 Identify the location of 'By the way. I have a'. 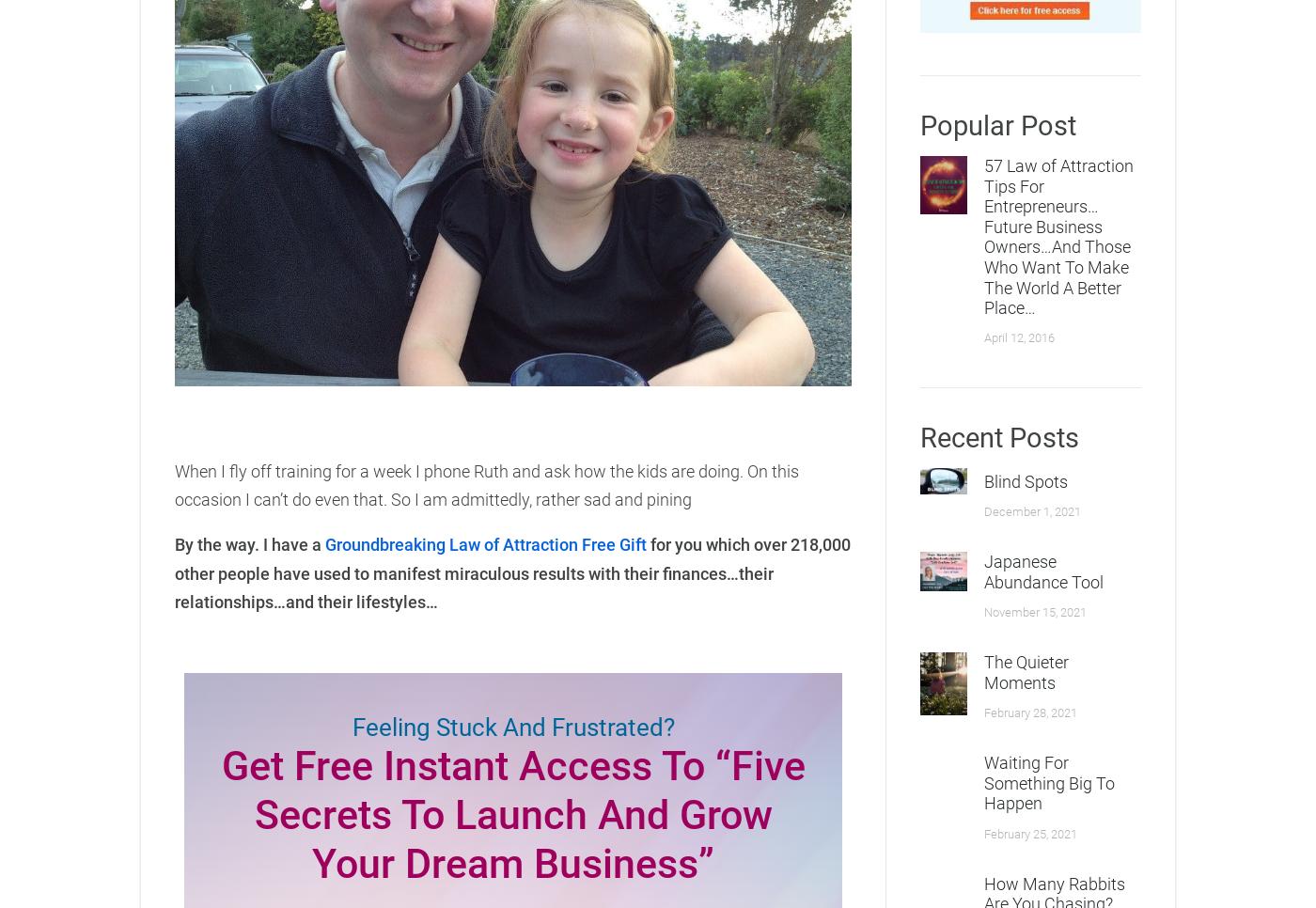
(250, 543).